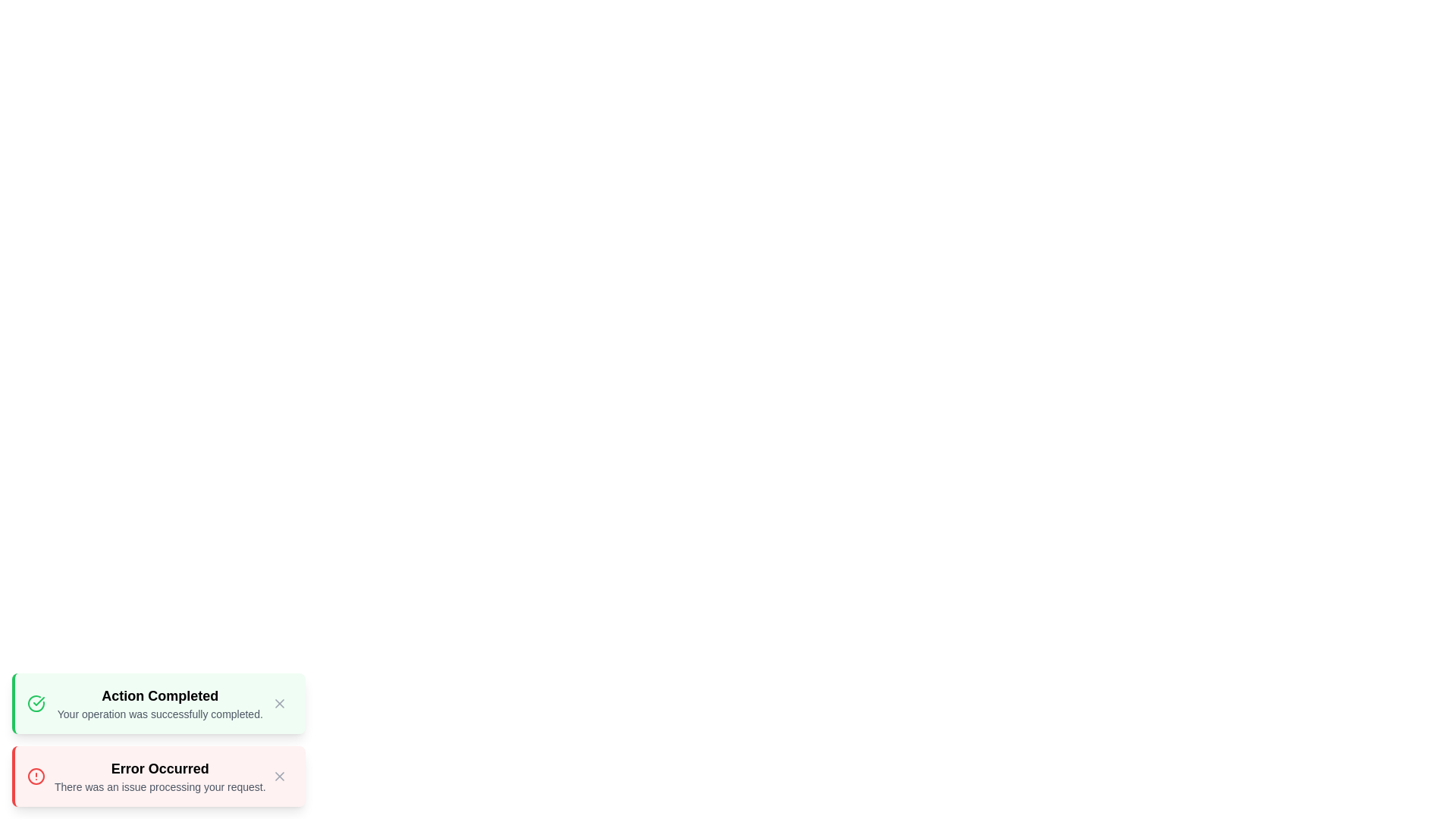 Image resolution: width=1456 pixels, height=819 pixels. What do you see at coordinates (160, 696) in the screenshot?
I see `the text content of the alert with title Action Completed` at bounding box center [160, 696].